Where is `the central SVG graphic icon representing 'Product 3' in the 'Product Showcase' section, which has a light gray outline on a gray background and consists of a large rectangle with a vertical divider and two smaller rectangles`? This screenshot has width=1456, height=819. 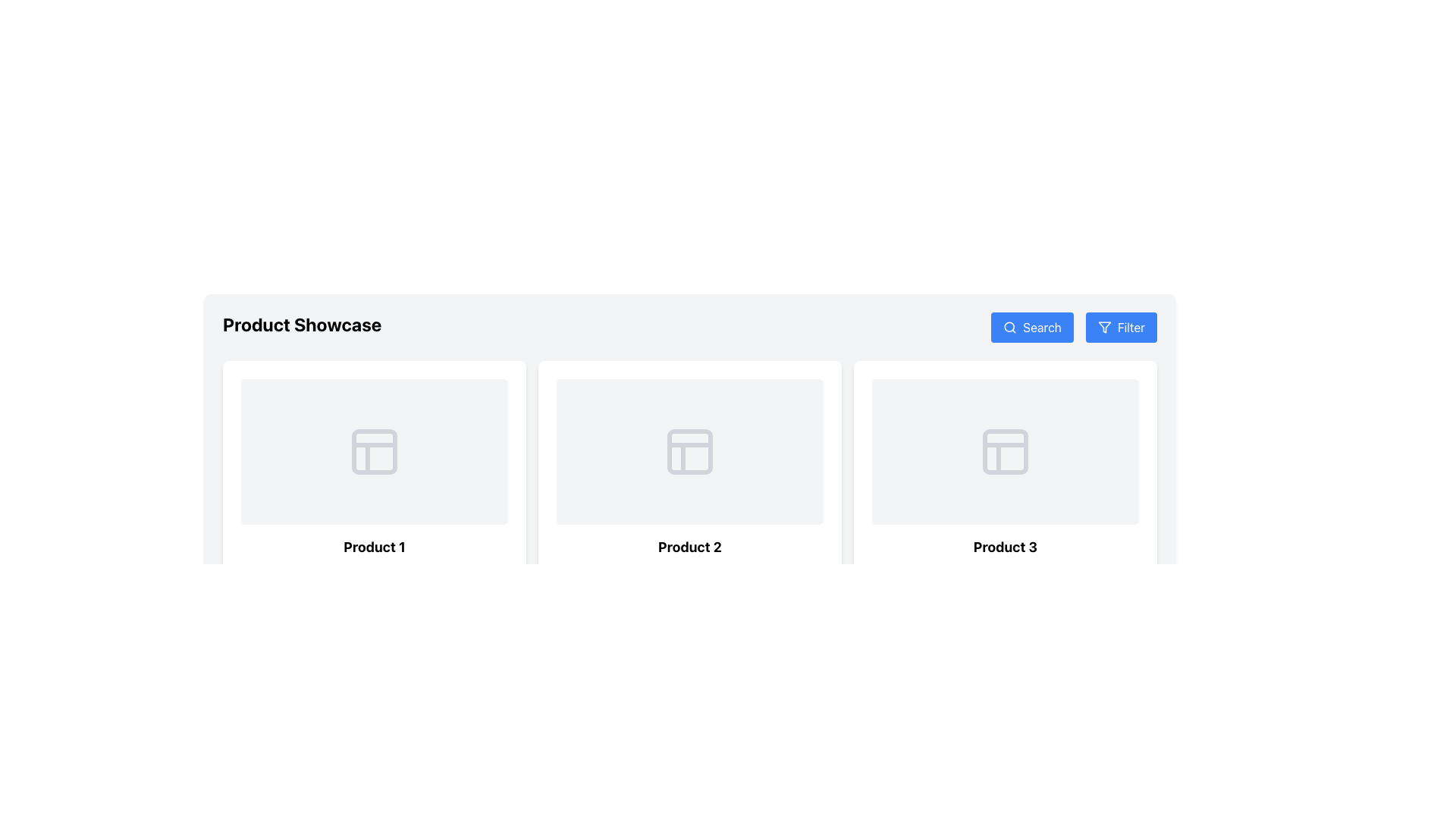
the central SVG graphic icon representing 'Product 3' in the 'Product Showcase' section, which has a light gray outline on a gray background and consists of a large rectangle with a vertical divider and two smaller rectangles is located at coordinates (1005, 451).